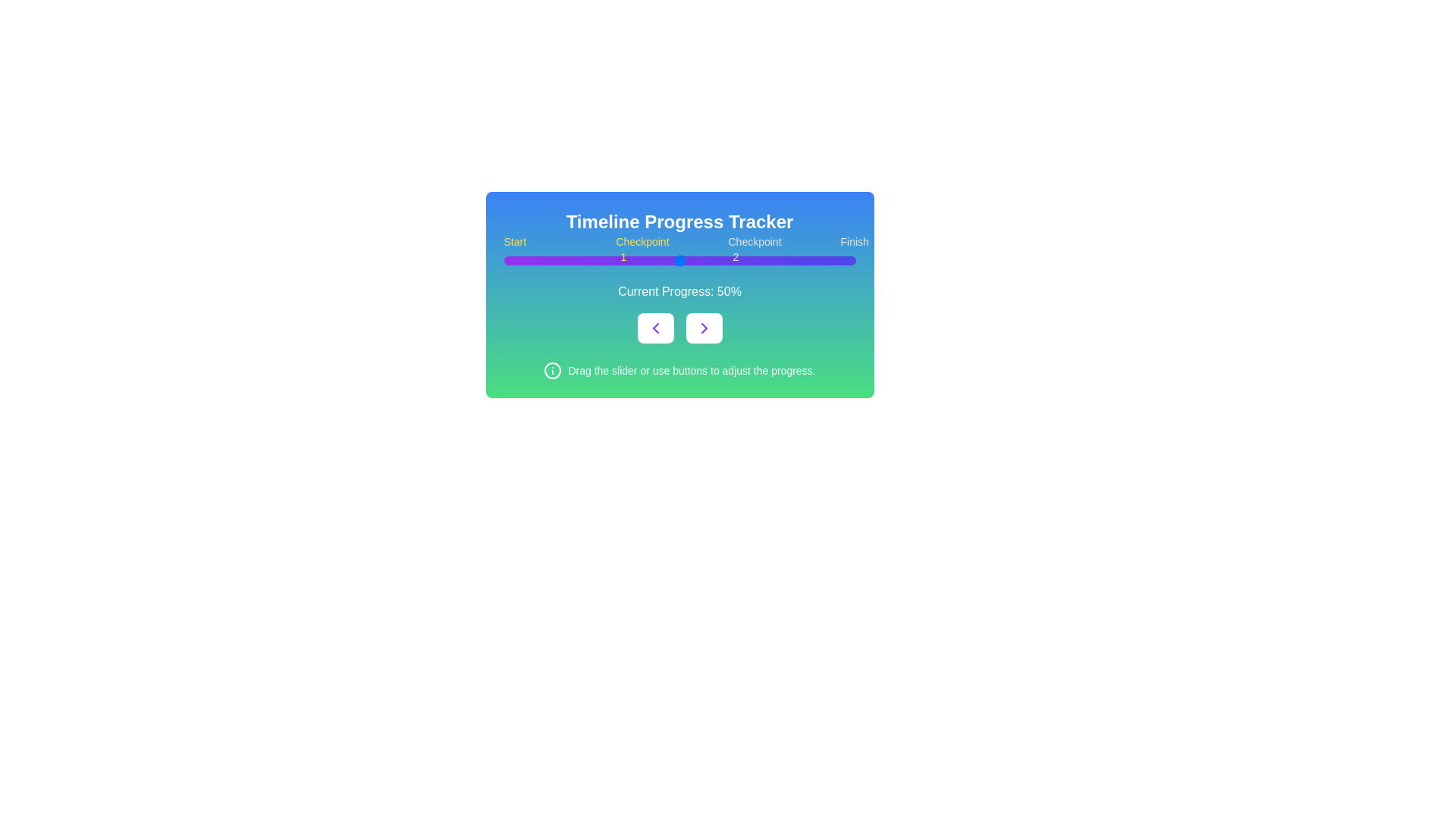  What do you see at coordinates (679, 222) in the screenshot?
I see `the heading element with the text 'Timeline Progress Tracker', which is displayed in a large bold font and is center-aligned at the top of a gradient background panel transitioning from blue to green` at bounding box center [679, 222].